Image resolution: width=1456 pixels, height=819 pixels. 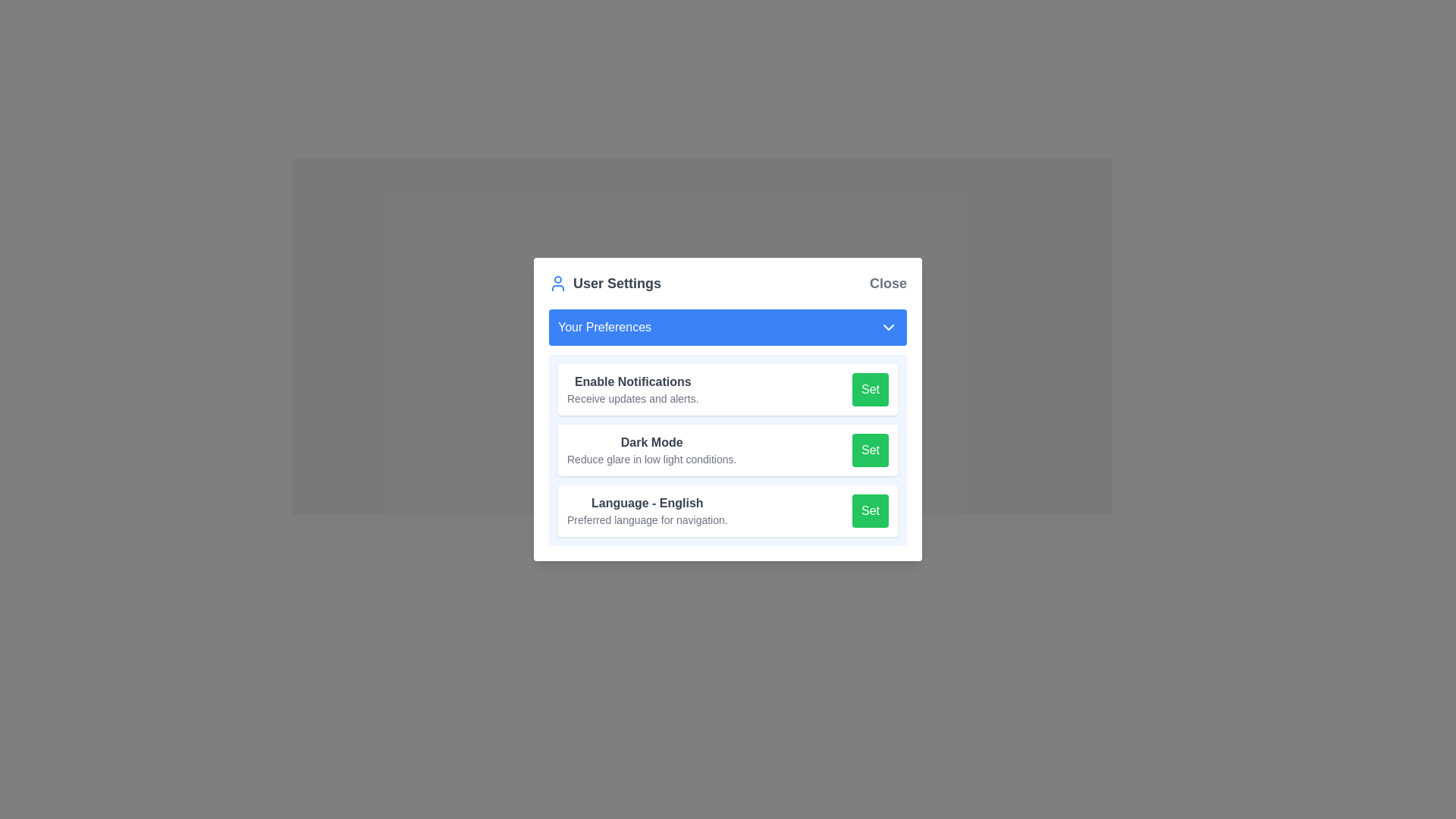 I want to click on the user icon located to the left of the 'User Settings' label in the header bar at the top of the modal dialog box, so click(x=557, y=284).